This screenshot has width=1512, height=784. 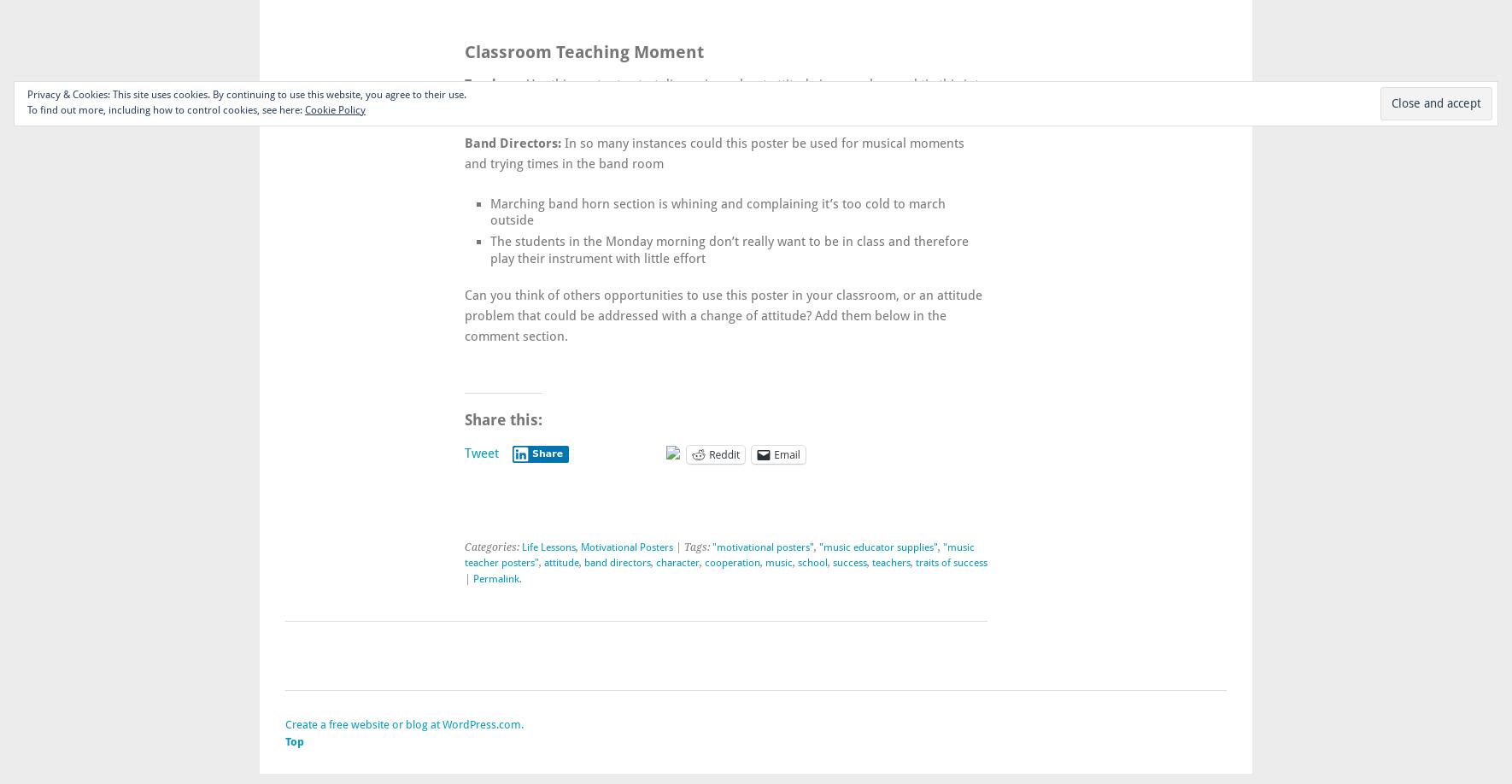 What do you see at coordinates (511, 142) in the screenshot?
I see `'Band Directors:'` at bounding box center [511, 142].